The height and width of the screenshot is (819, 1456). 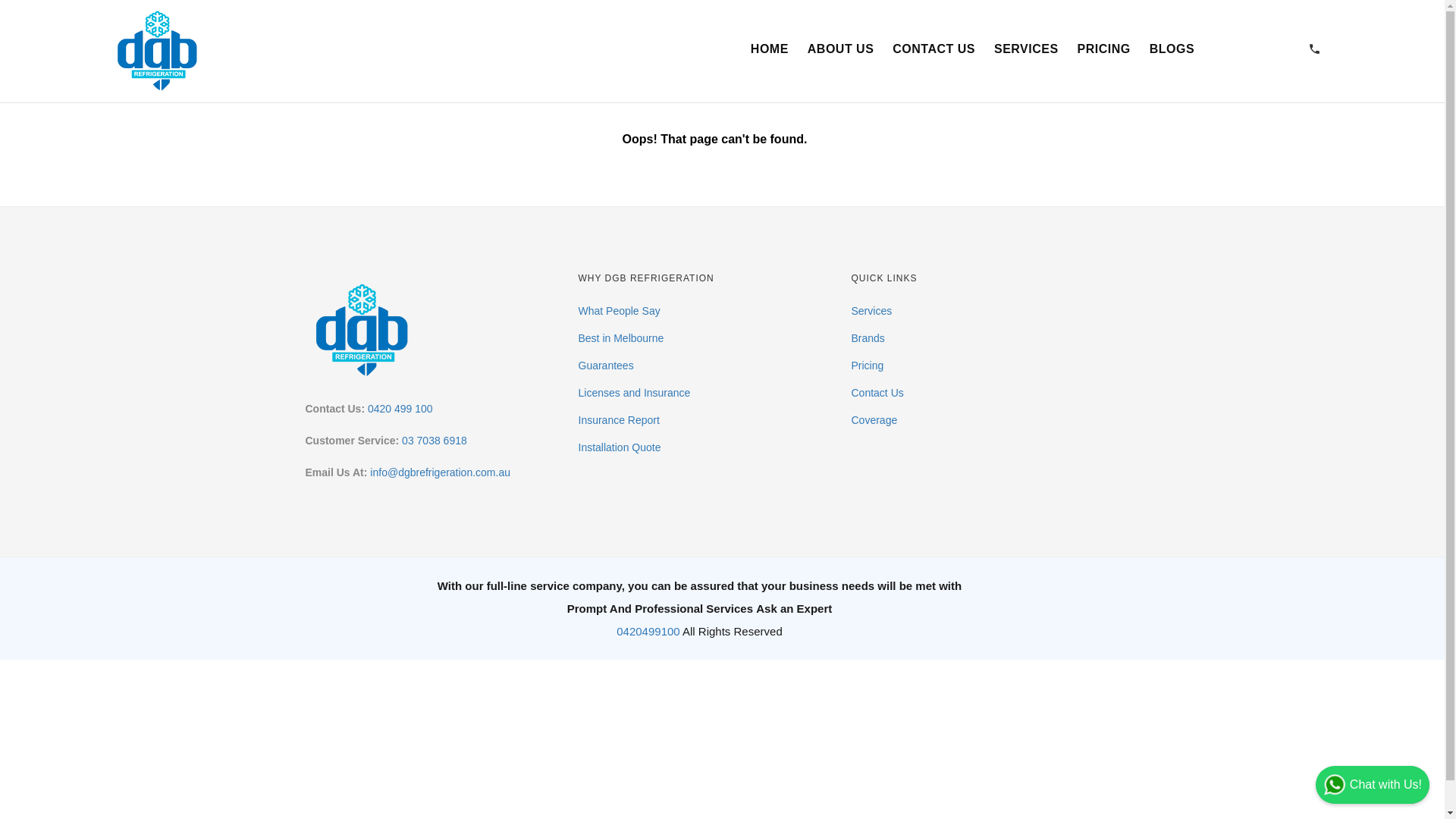 What do you see at coordinates (633, 391) in the screenshot?
I see `'Licenses and Insurance'` at bounding box center [633, 391].